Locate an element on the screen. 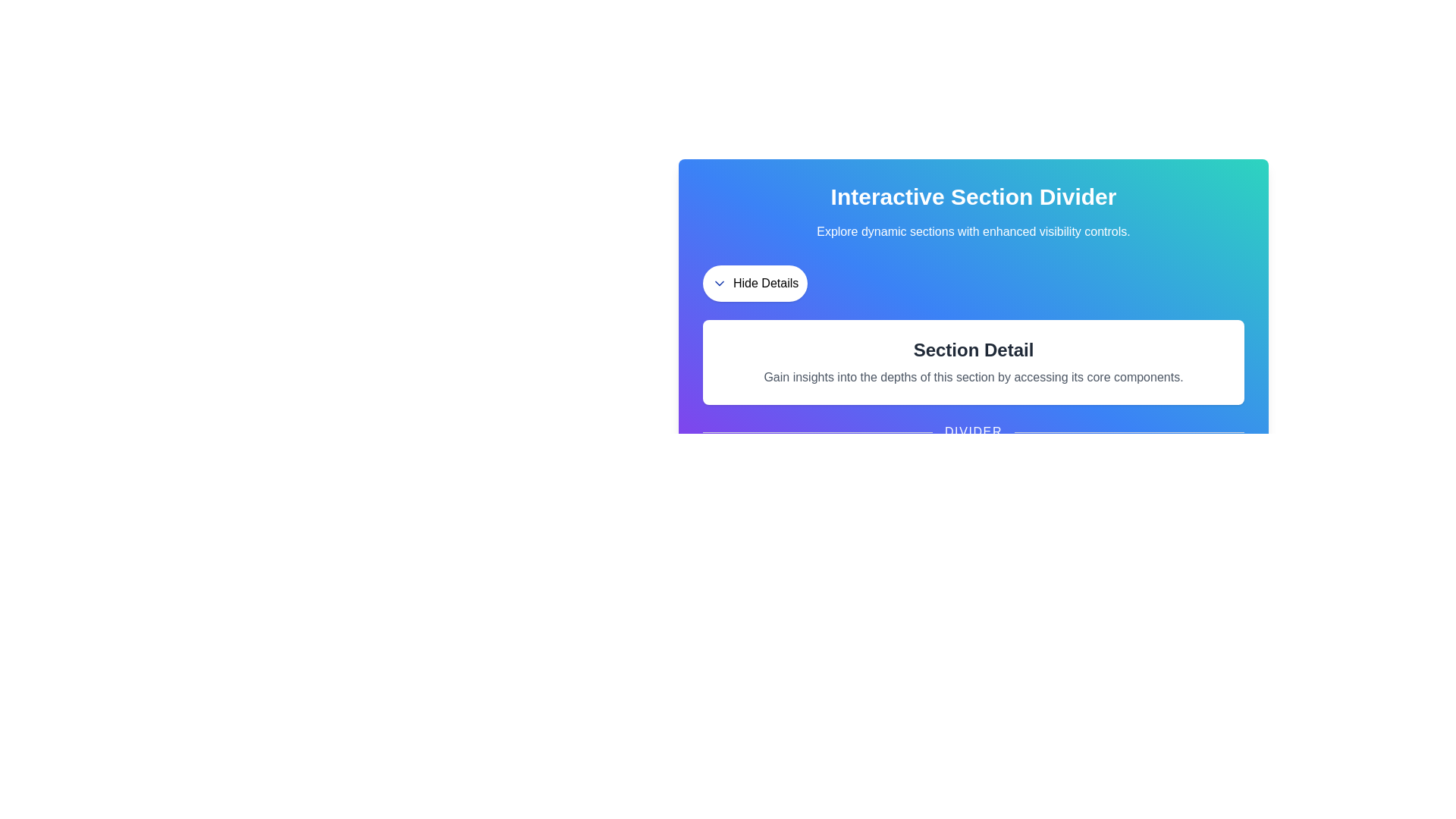 The width and height of the screenshot is (1456, 819). the horizontal divider labeled 'DIVIDER' with a gradient background, located below the 'Section Detail' title and above the buttons 'Hide Section' and 'Expand Features' is located at coordinates (973, 432).